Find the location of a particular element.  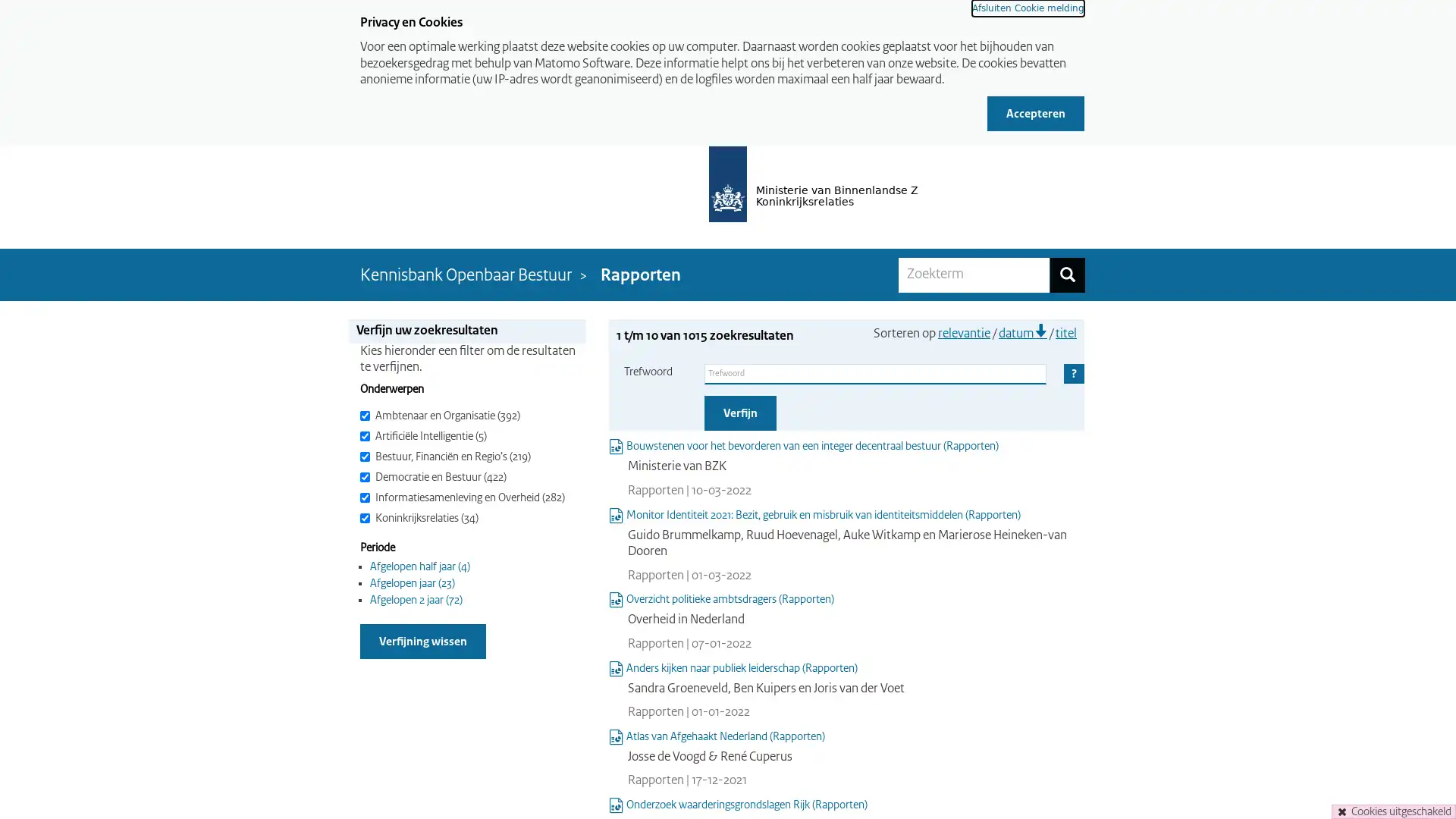

Accepteren is located at coordinates (1035, 112).